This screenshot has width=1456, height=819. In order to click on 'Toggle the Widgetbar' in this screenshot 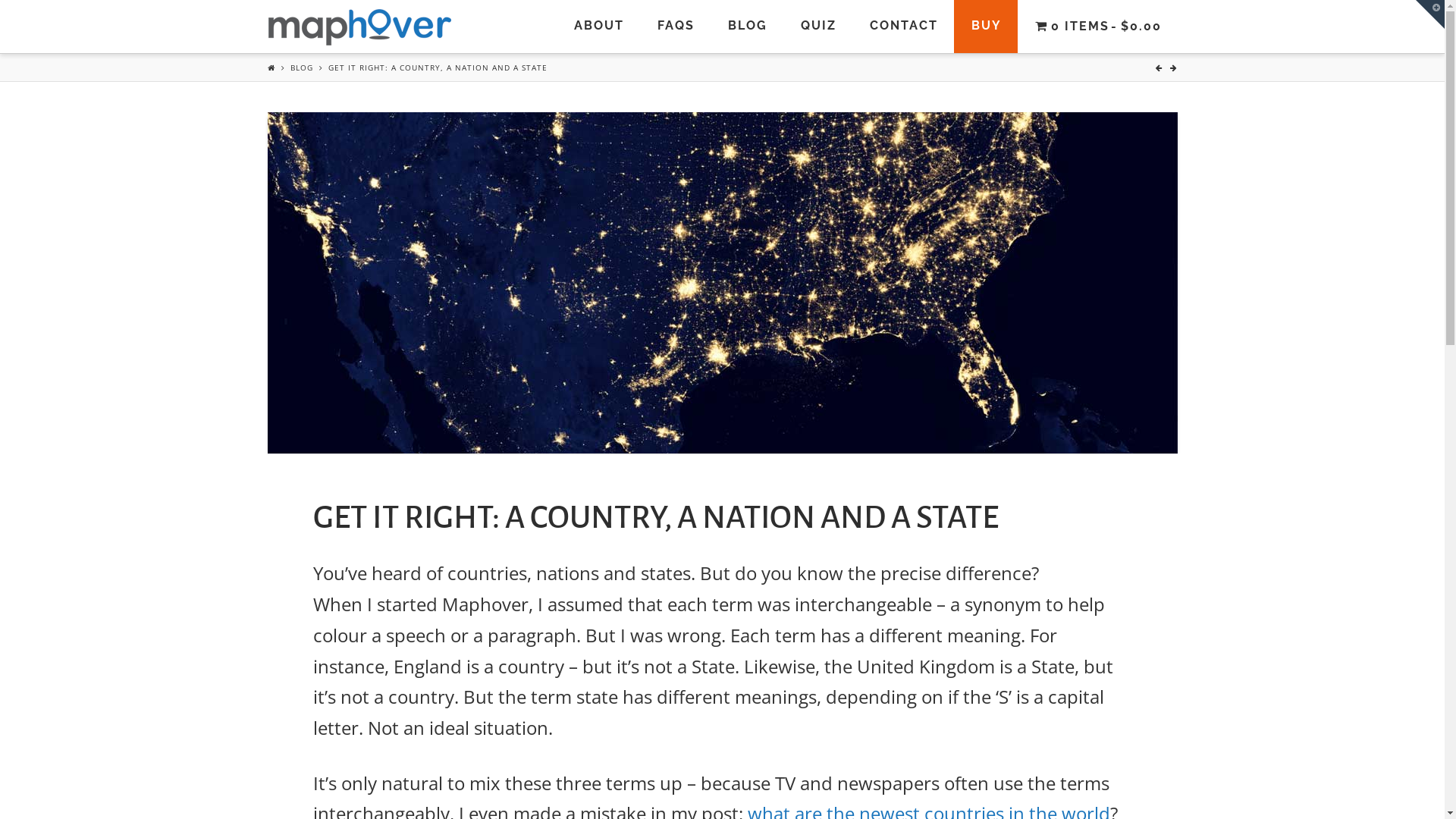, I will do `click(1429, 14)`.